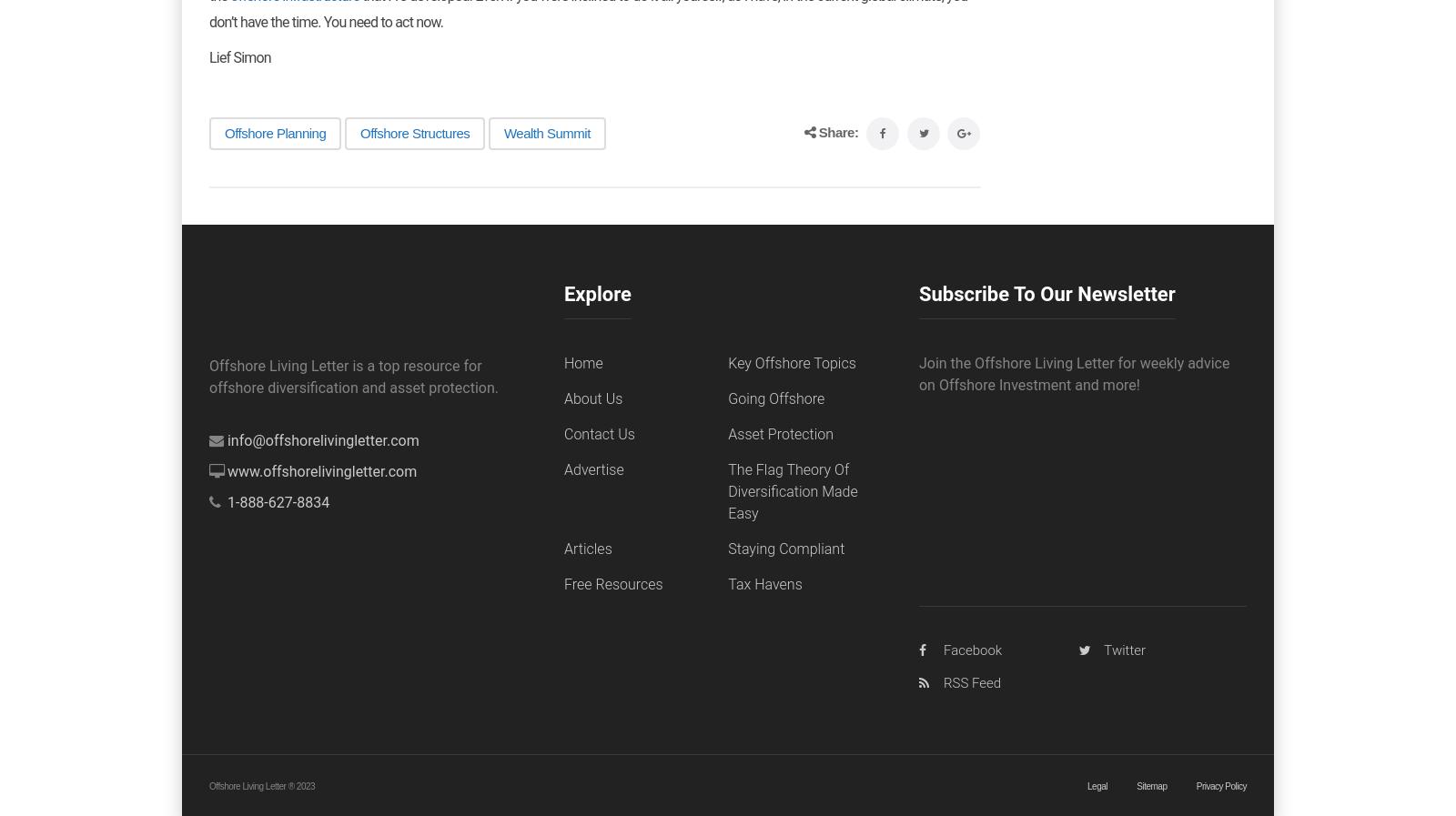  Describe the element at coordinates (837, 130) in the screenshot. I see `'Share:'` at that location.